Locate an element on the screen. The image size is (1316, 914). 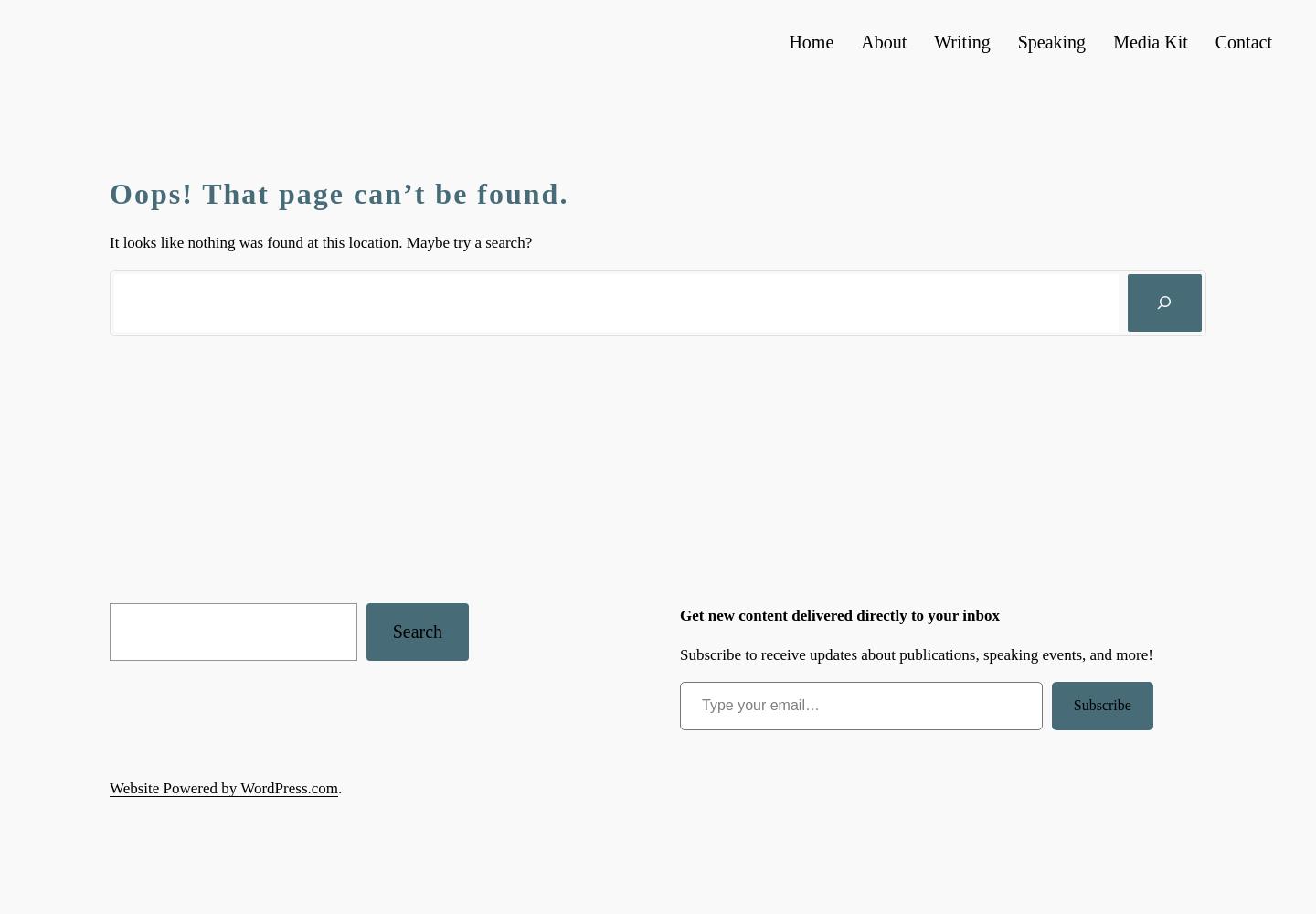
'Speaking' is located at coordinates (1051, 42).